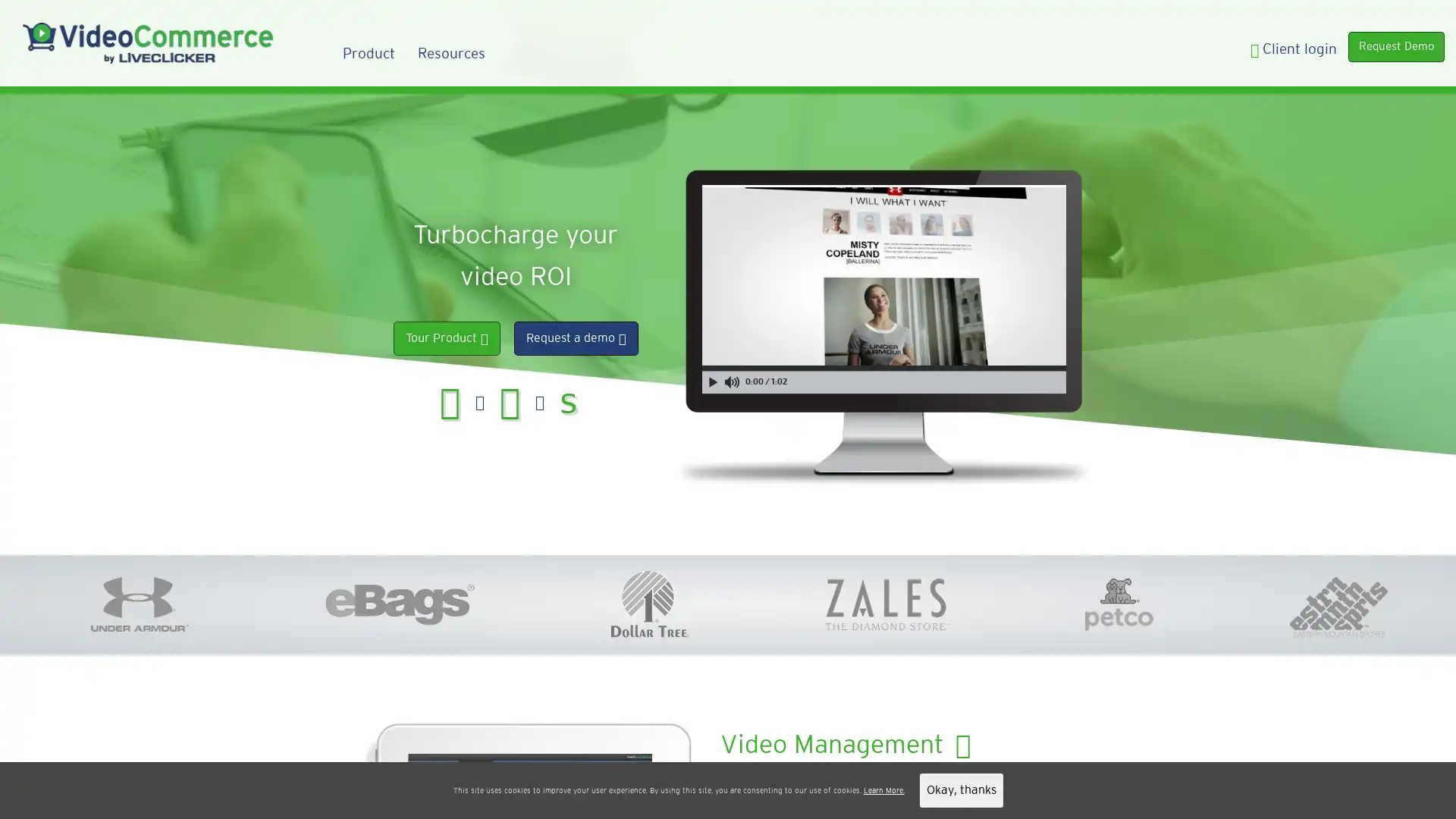  What do you see at coordinates (767, 789) in the screenshot?
I see `Our clients Liveclicker` at bounding box center [767, 789].